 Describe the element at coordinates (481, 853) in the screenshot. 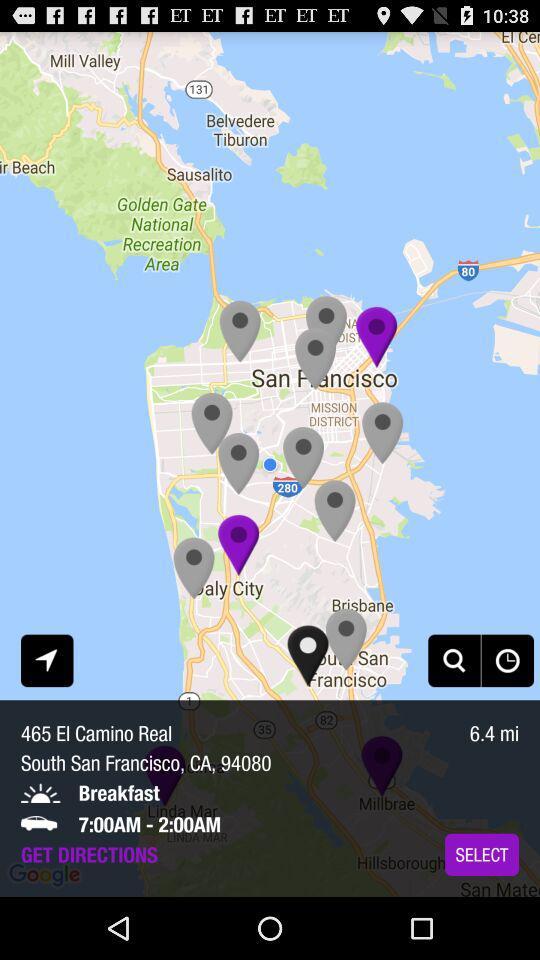

I see `the icon next to the 7 00am 2 app` at that location.